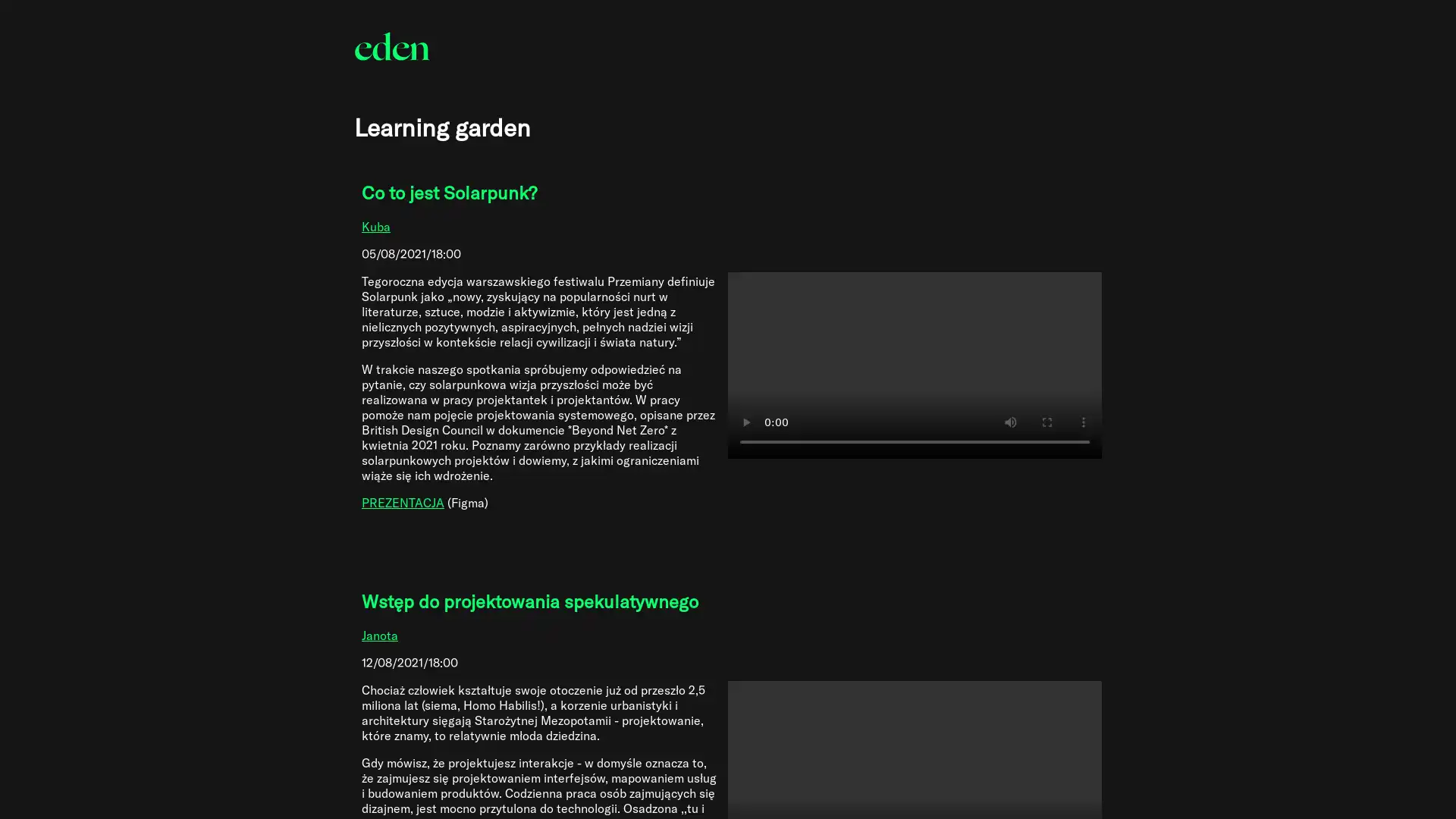  What do you see at coordinates (1081, 422) in the screenshot?
I see `show more media controls` at bounding box center [1081, 422].